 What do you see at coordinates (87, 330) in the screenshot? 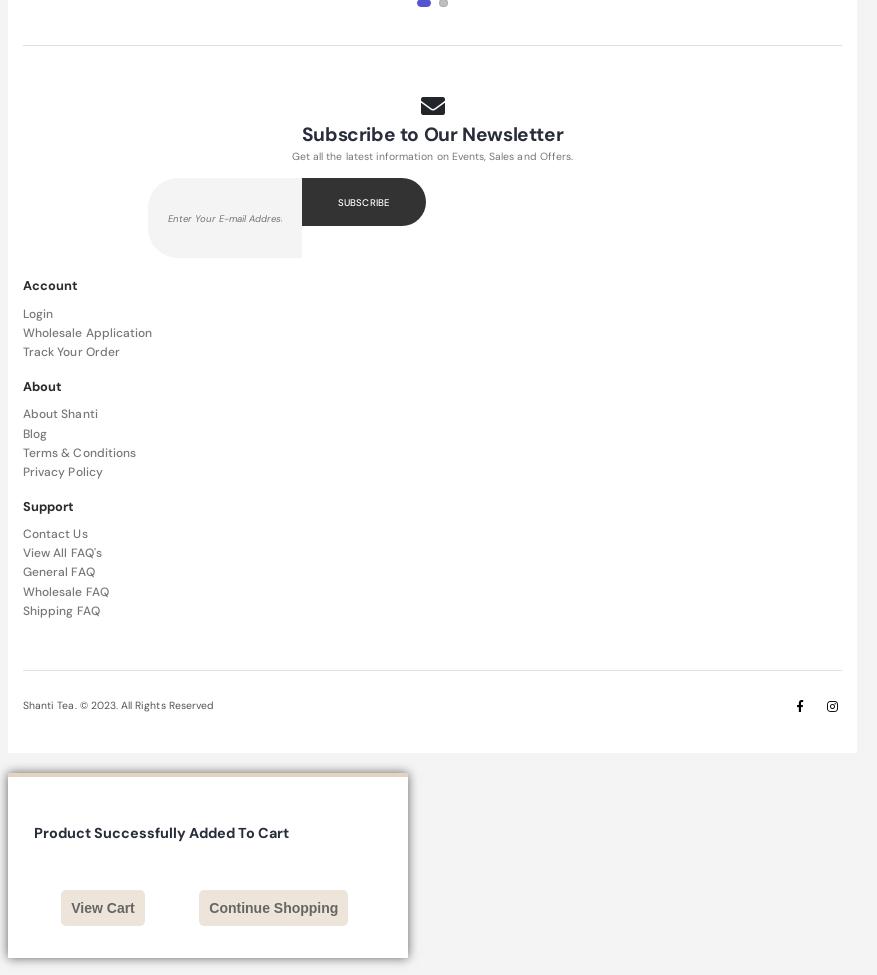
I see `'Wholesale Application'` at bounding box center [87, 330].